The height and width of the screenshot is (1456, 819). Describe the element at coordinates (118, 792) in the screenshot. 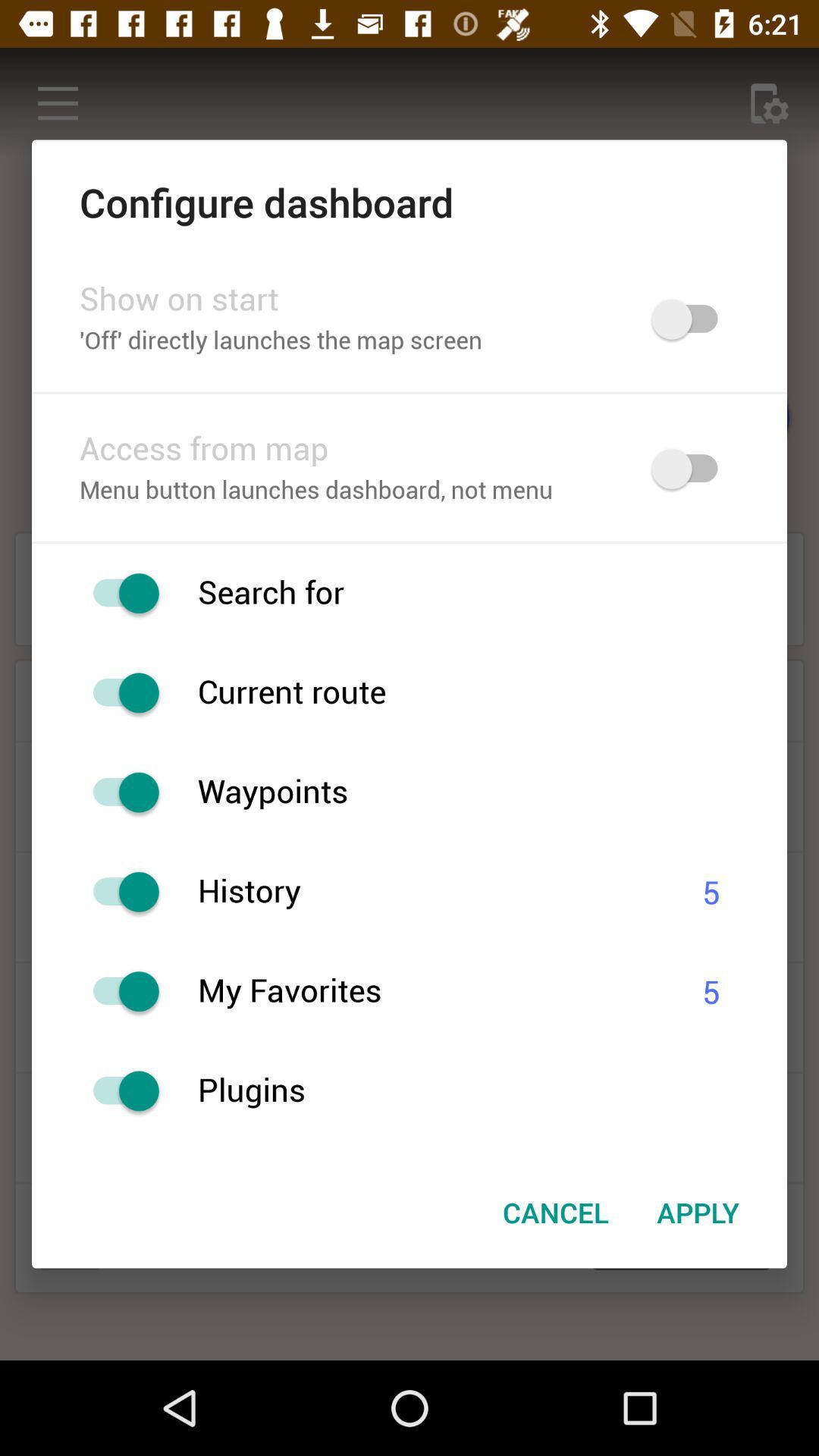

I see `this key is to disable and activate the waypoint` at that location.